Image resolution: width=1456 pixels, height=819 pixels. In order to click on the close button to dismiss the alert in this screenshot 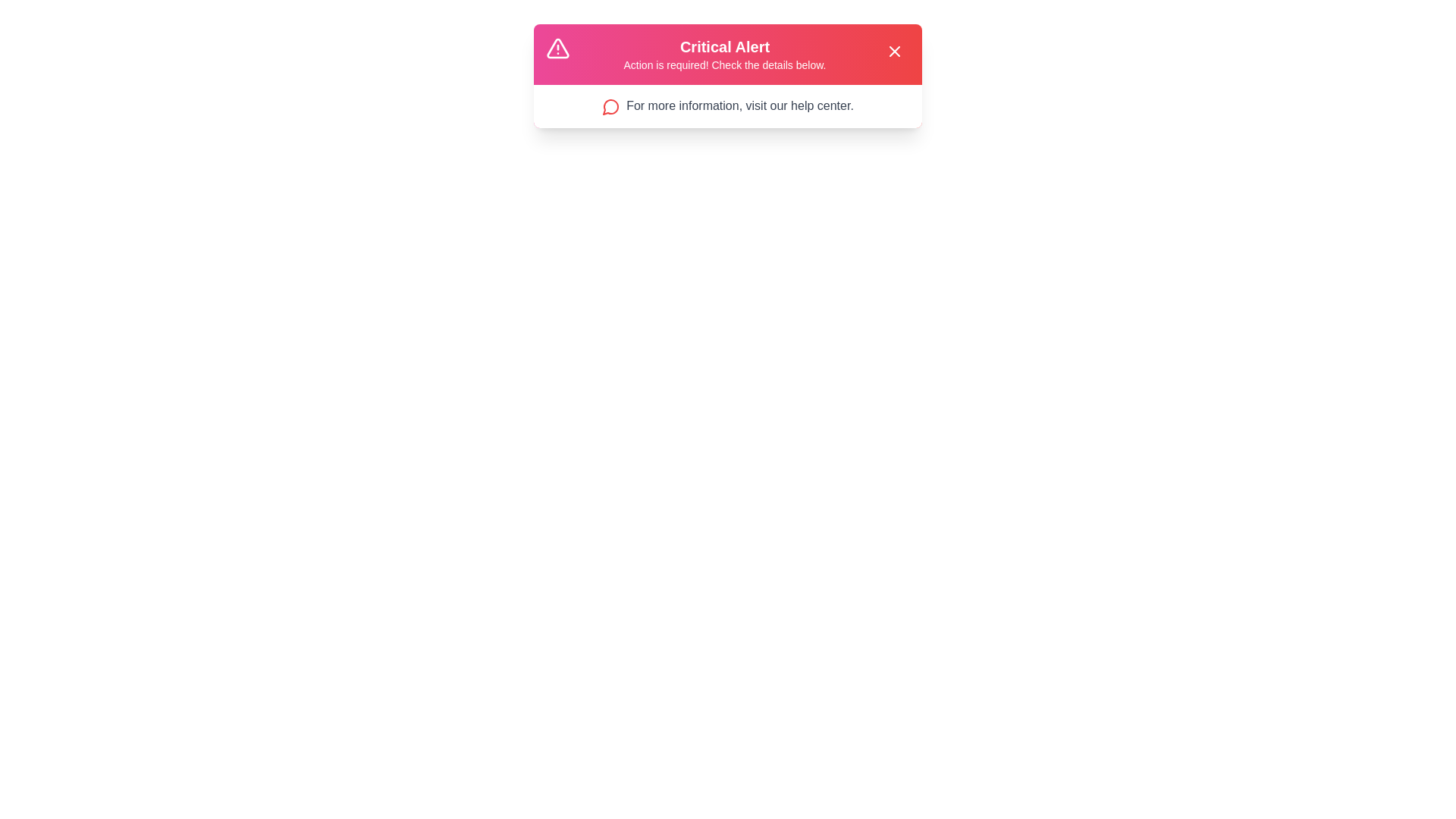, I will do `click(895, 51)`.